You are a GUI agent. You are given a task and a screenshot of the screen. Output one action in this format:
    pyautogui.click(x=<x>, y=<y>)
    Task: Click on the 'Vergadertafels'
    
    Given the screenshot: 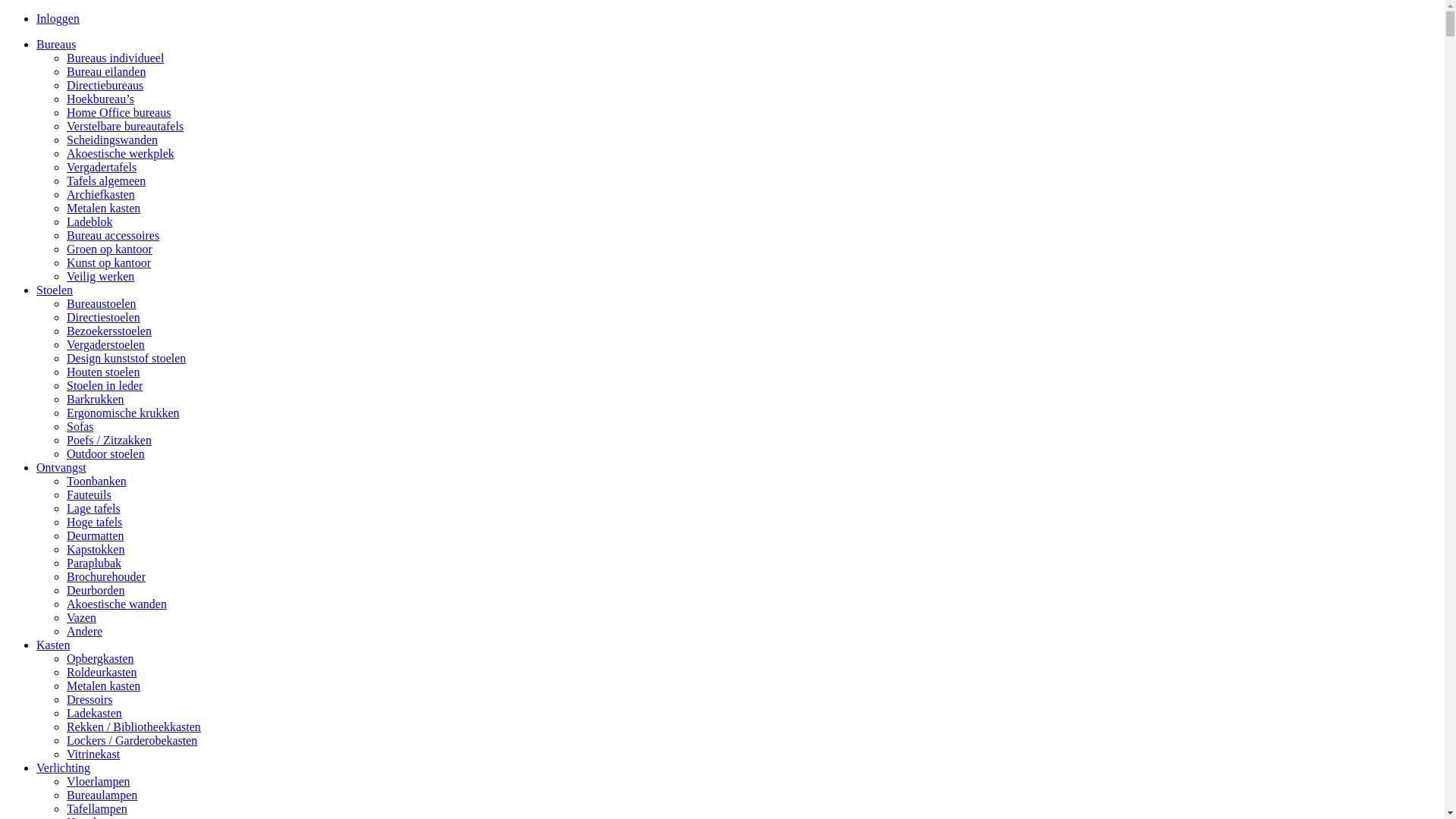 What is the action you would take?
    pyautogui.click(x=101, y=167)
    